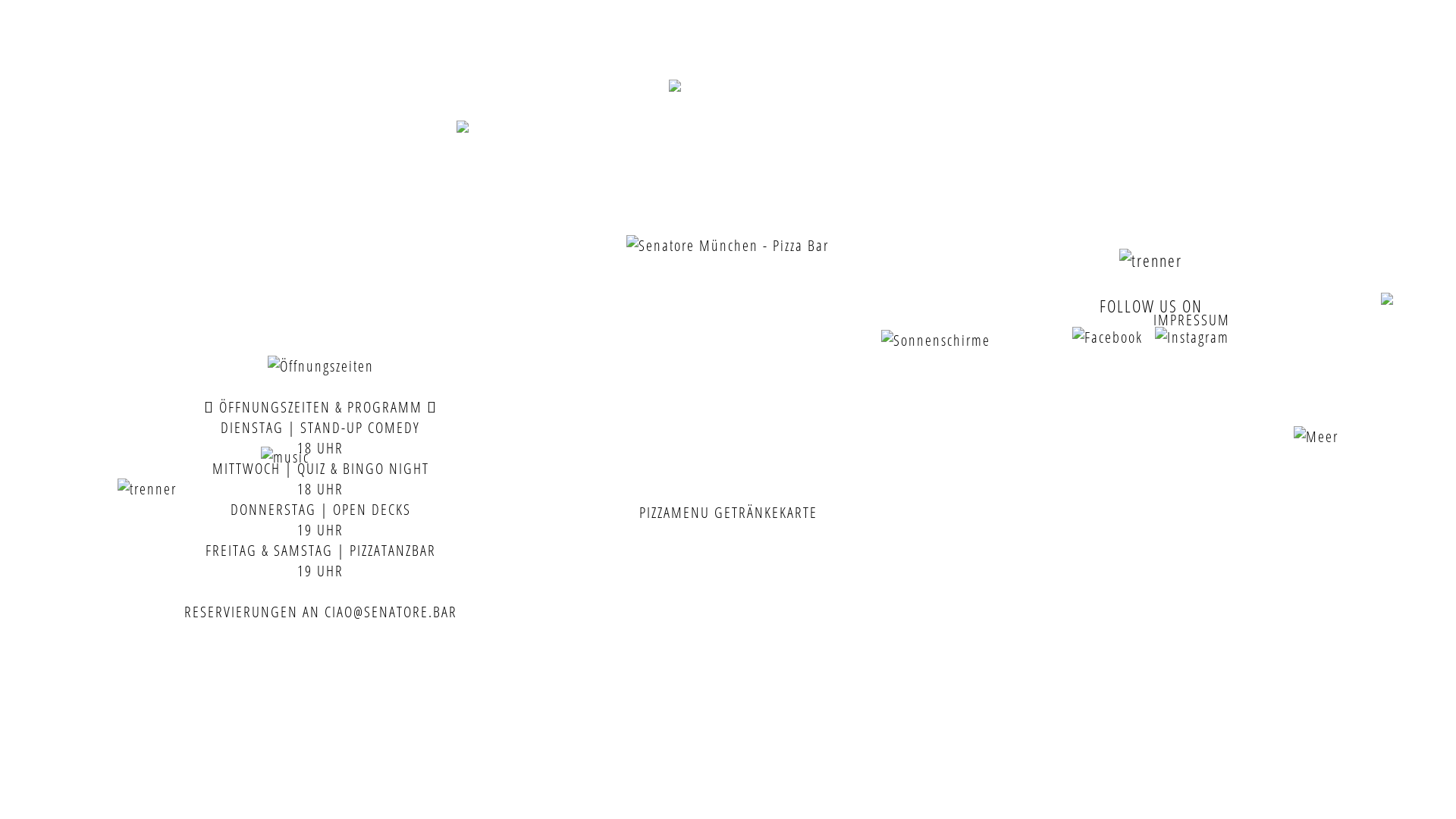  What do you see at coordinates (1191, 318) in the screenshot?
I see `'IMPRESSUM'` at bounding box center [1191, 318].